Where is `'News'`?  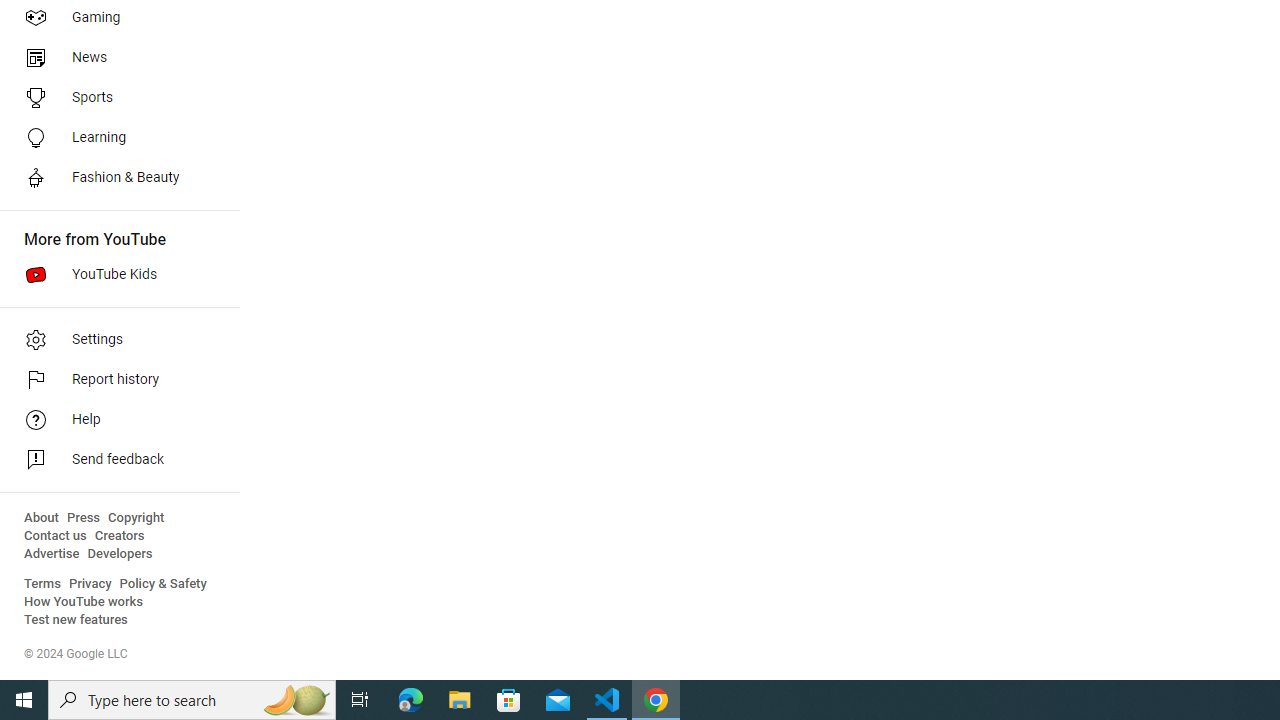 'News' is located at coordinates (112, 56).